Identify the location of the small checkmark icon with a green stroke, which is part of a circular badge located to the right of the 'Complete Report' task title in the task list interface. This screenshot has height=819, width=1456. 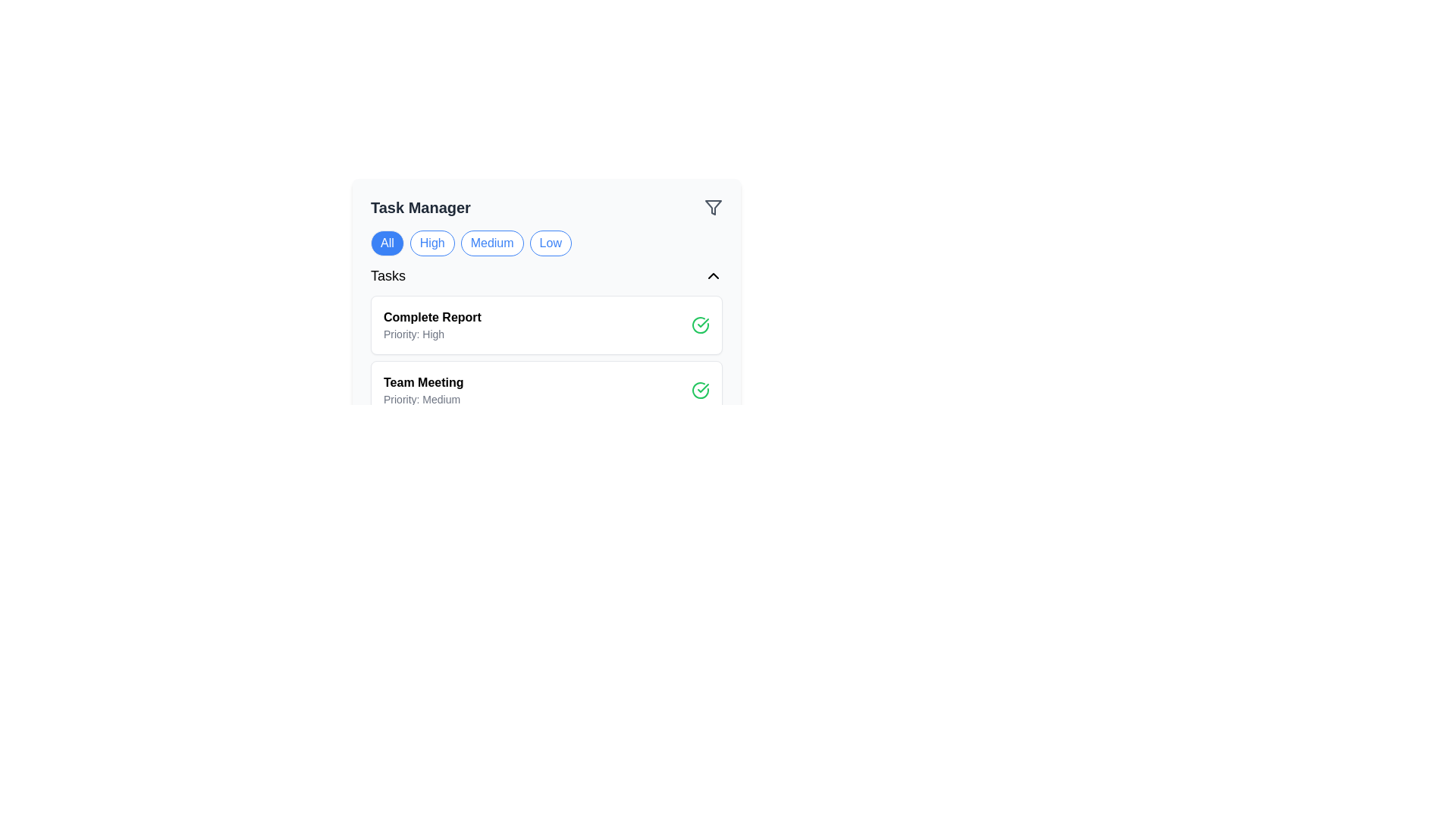
(702, 388).